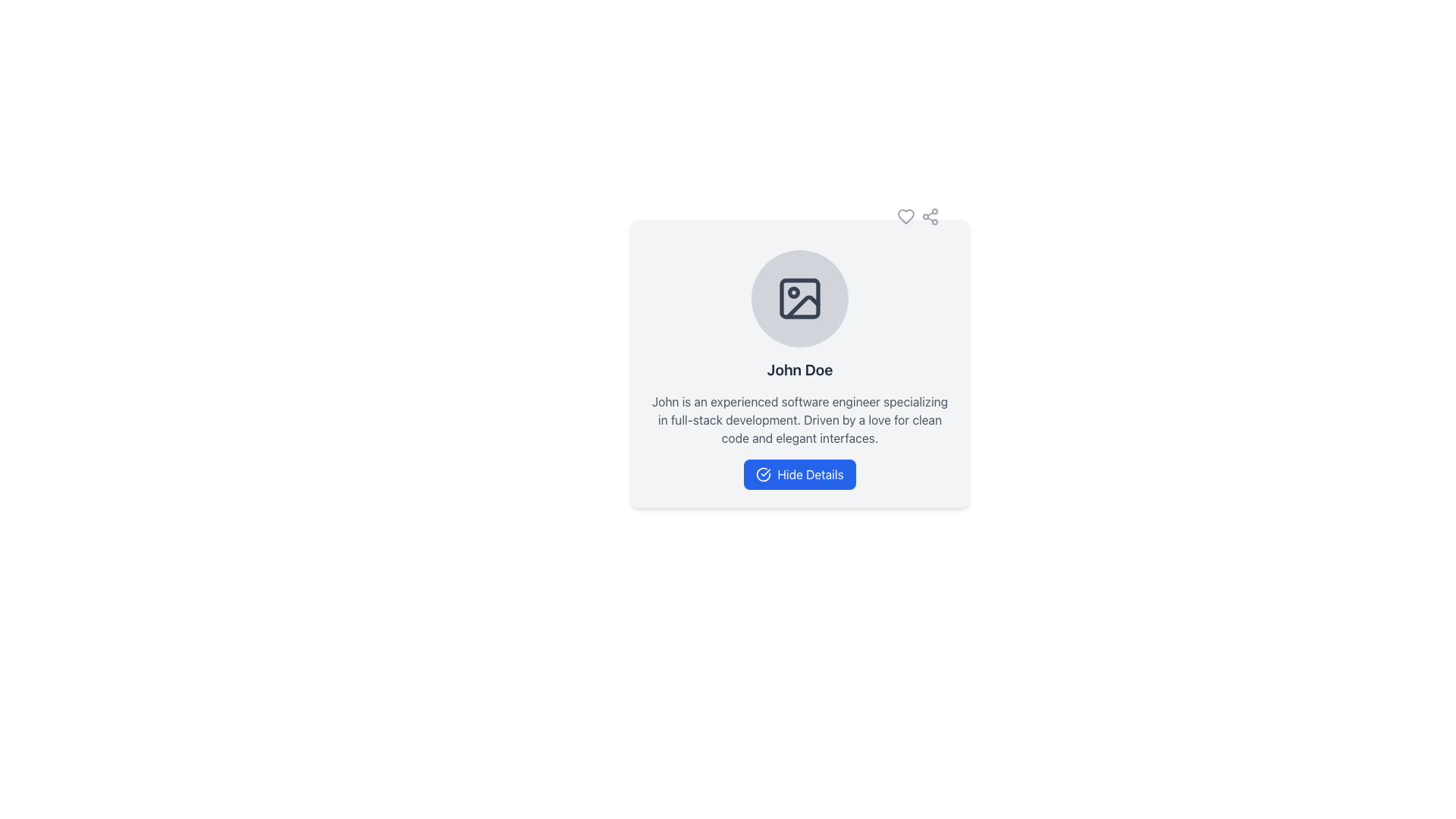 The width and height of the screenshot is (1456, 819). Describe the element at coordinates (906, 216) in the screenshot. I see `the heart icon located in the top-right quadrant of the user profile card, which symbolizes favoriting or liking content` at that location.